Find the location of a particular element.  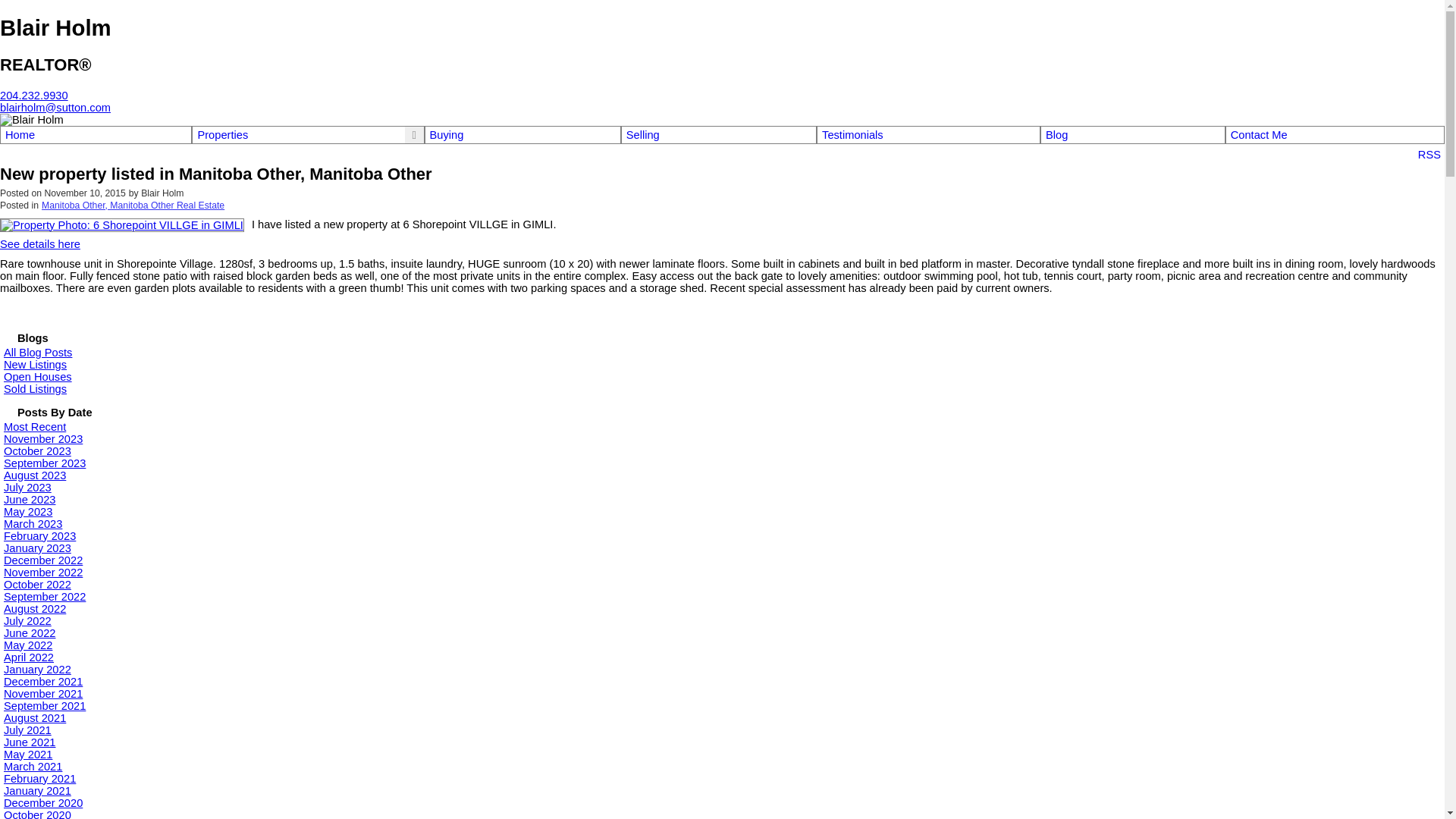

'March 2023' is located at coordinates (33, 522).